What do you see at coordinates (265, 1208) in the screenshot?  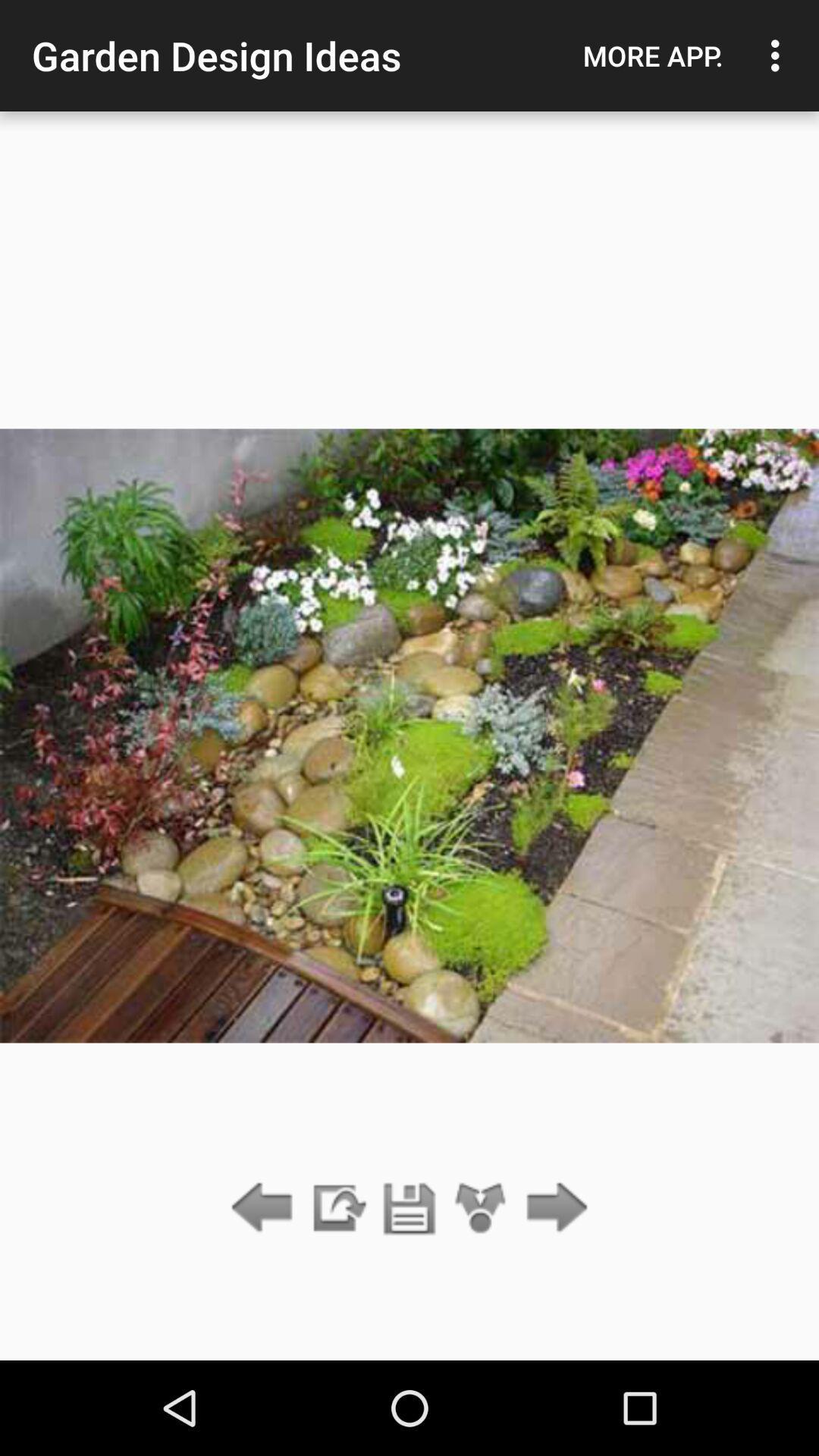 I see `shows previous option` at bounding box center [265, 1208].